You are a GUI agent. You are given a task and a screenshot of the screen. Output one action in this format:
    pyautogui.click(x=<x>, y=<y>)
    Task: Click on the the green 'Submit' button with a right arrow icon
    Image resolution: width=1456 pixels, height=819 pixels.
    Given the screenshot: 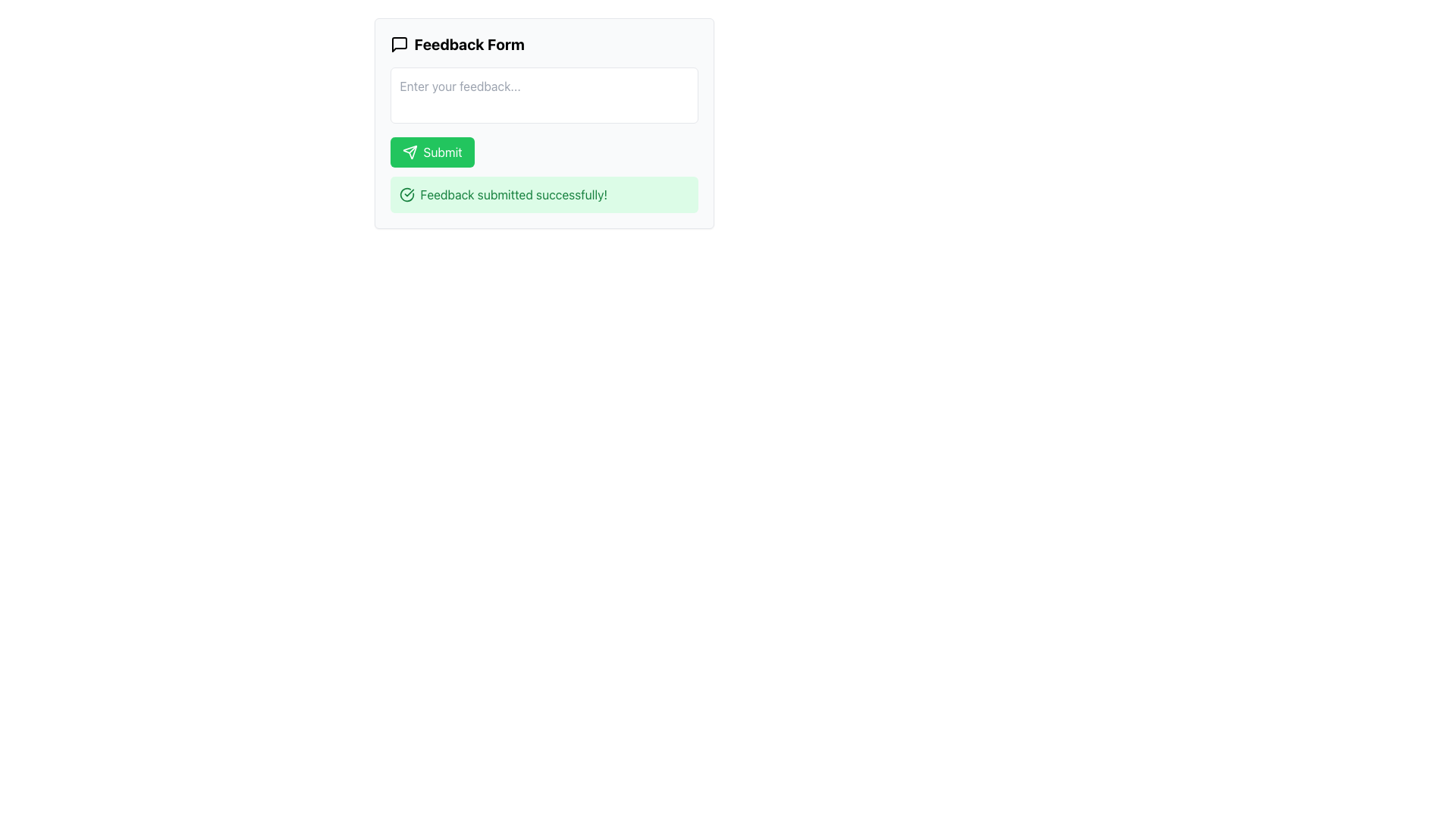 What is the action you would take?
    pyautogui.click(x=431, y=152)
    